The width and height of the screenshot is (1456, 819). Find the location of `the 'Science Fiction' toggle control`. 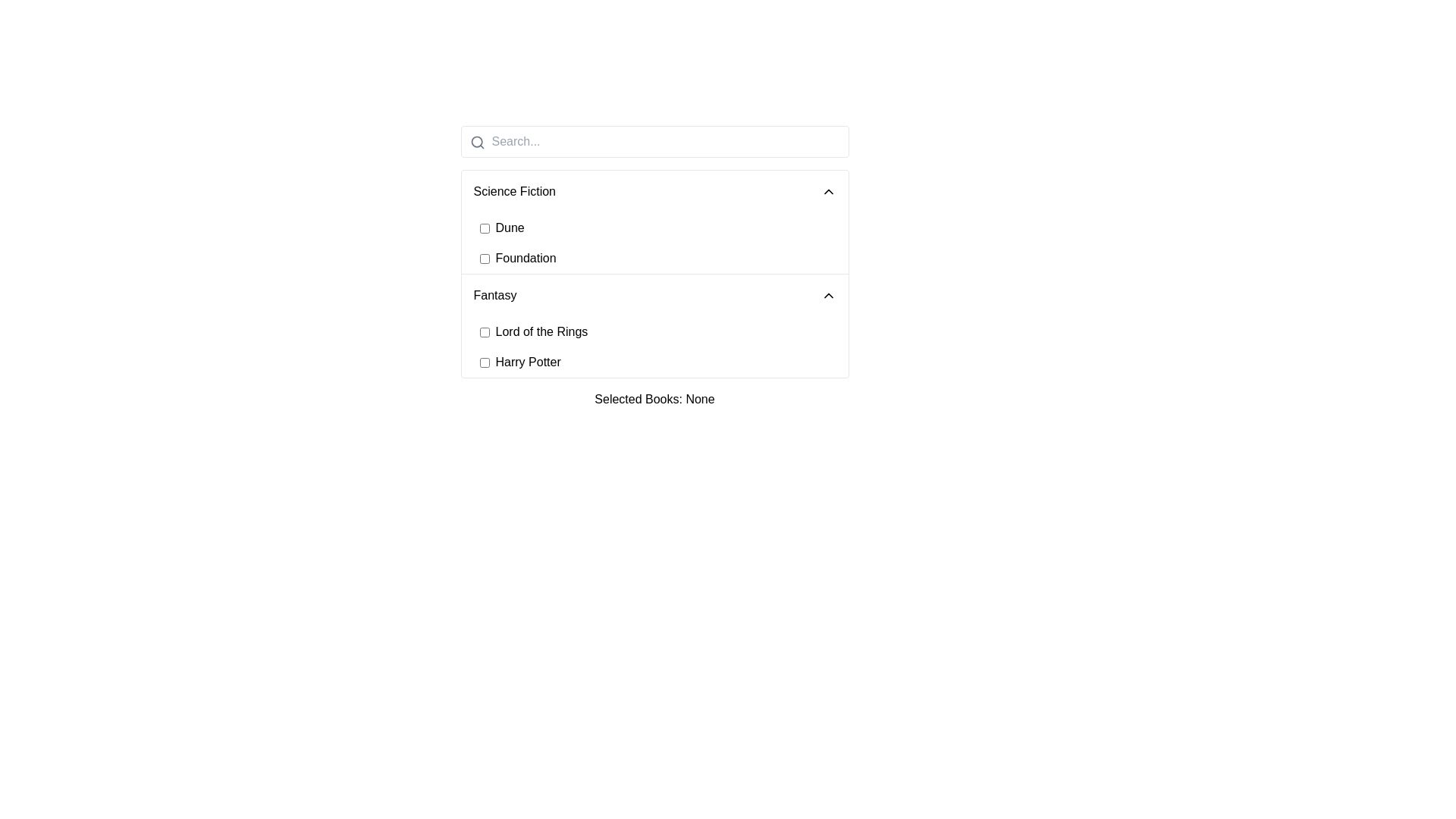

the 'Science Fiction' toggle control is located at coordinates (654, 191).